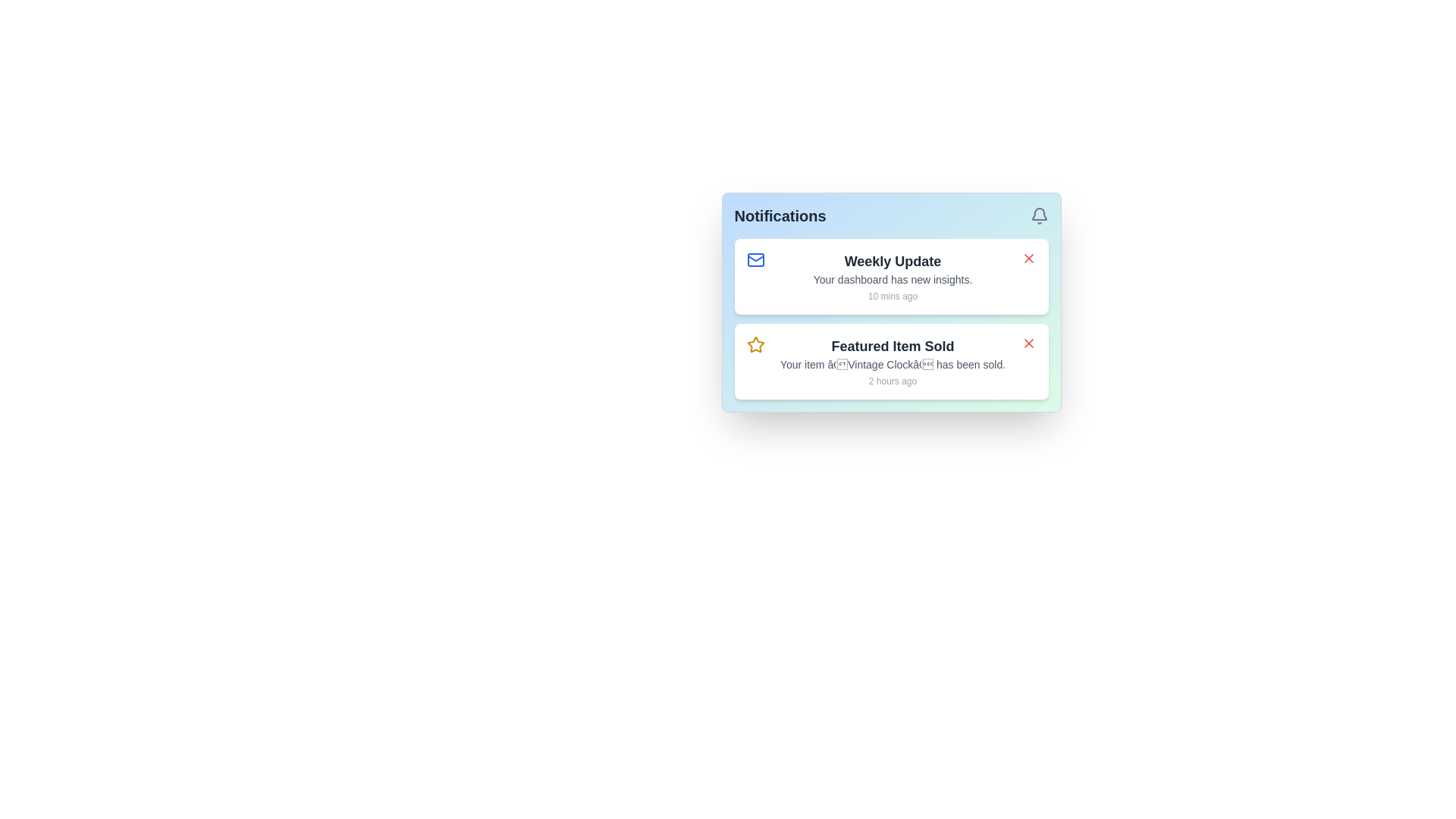 The height and width of the screenshot is (819, 1456). What do you see at coordinates (893, 296) in the screenshot?
I see `the timestamp text label located in the notification card titled 'Weekly Update', positioned at the bottom right under the description text 'Your dashboard has new insights.'` at bounding box center [893, 296].